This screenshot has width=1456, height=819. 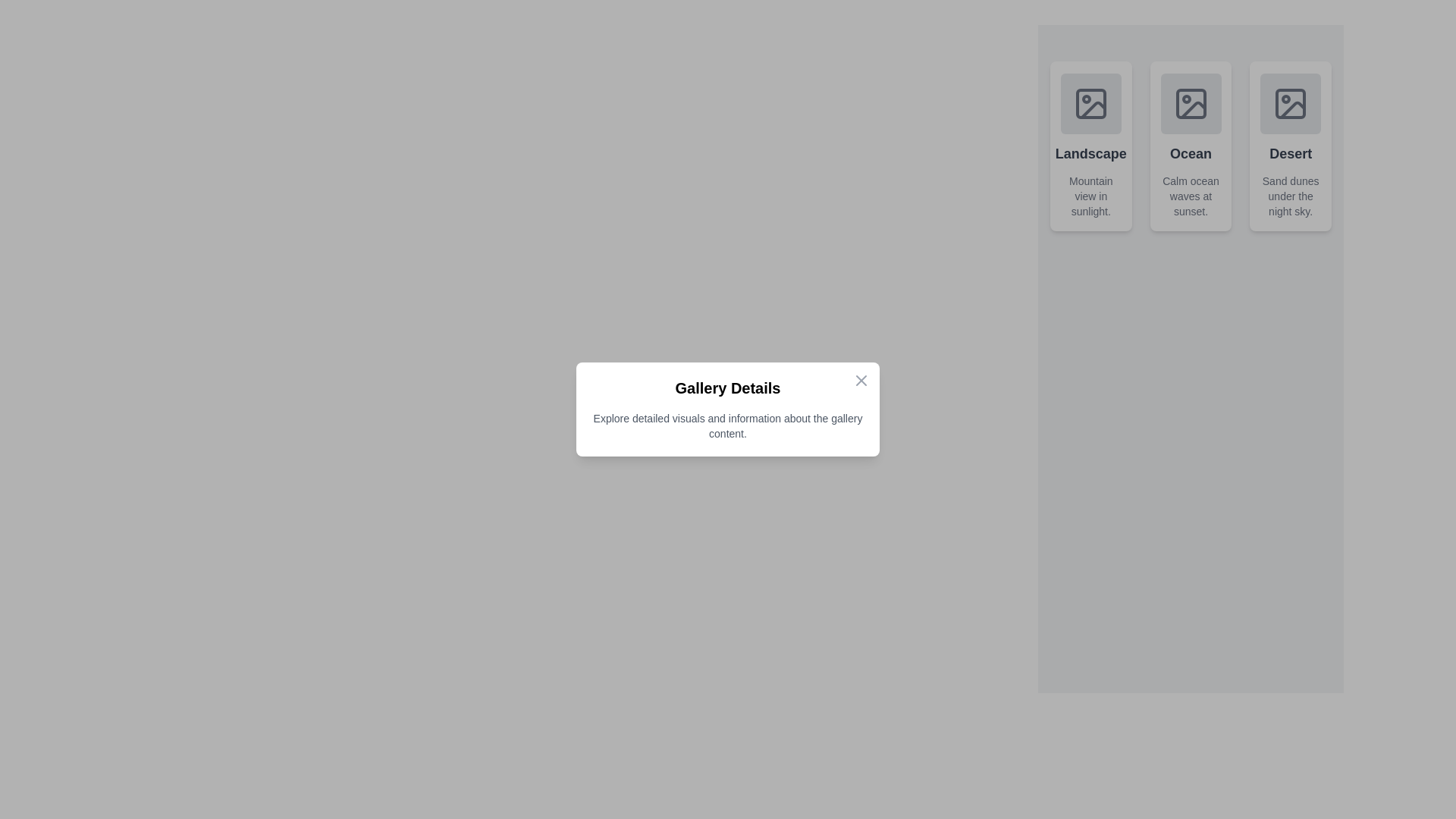 What do you see at coordinates (1090, 146) in the screenshot?
I see `the static information card element with the title 'Landscape' and the caption 'Mountain view in sunlight.'` at bounding box center [1090, 146].